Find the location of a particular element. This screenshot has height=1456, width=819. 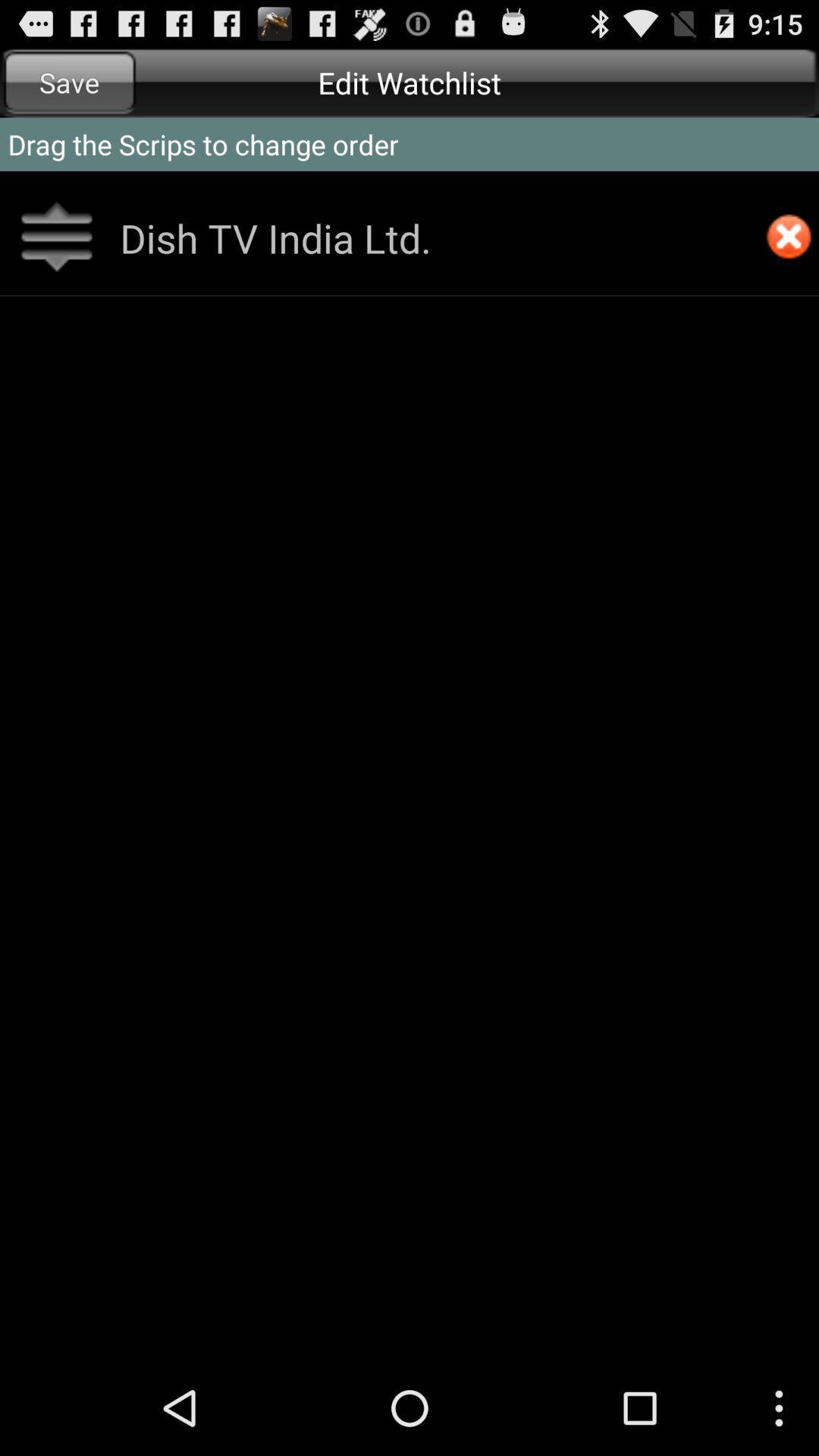

remove from watchlist is located at coordinates (788, 237).